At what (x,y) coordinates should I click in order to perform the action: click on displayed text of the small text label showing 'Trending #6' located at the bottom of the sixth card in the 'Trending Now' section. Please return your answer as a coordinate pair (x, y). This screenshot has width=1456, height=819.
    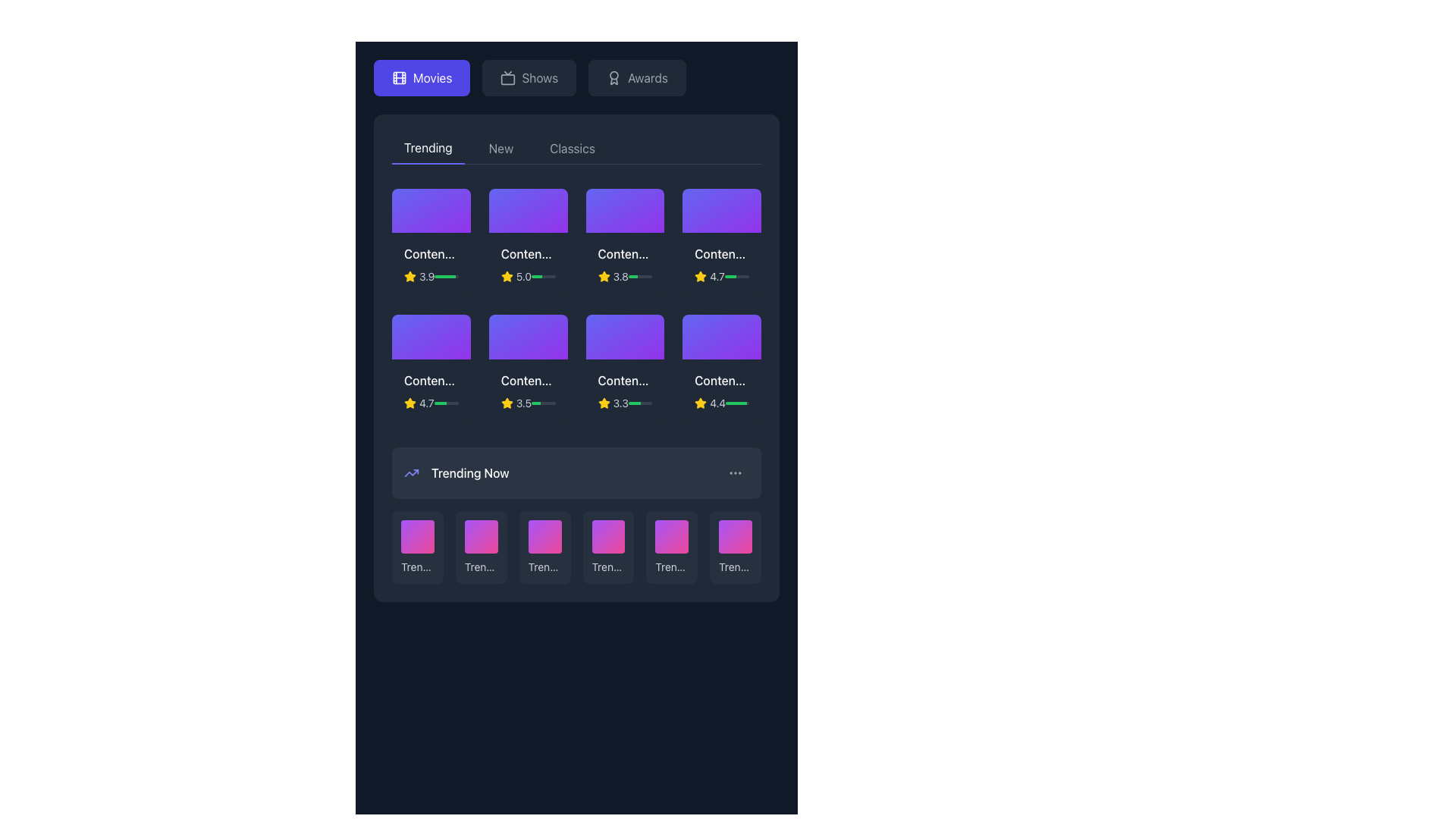
    Looking at the image, I should click on (735, 566).